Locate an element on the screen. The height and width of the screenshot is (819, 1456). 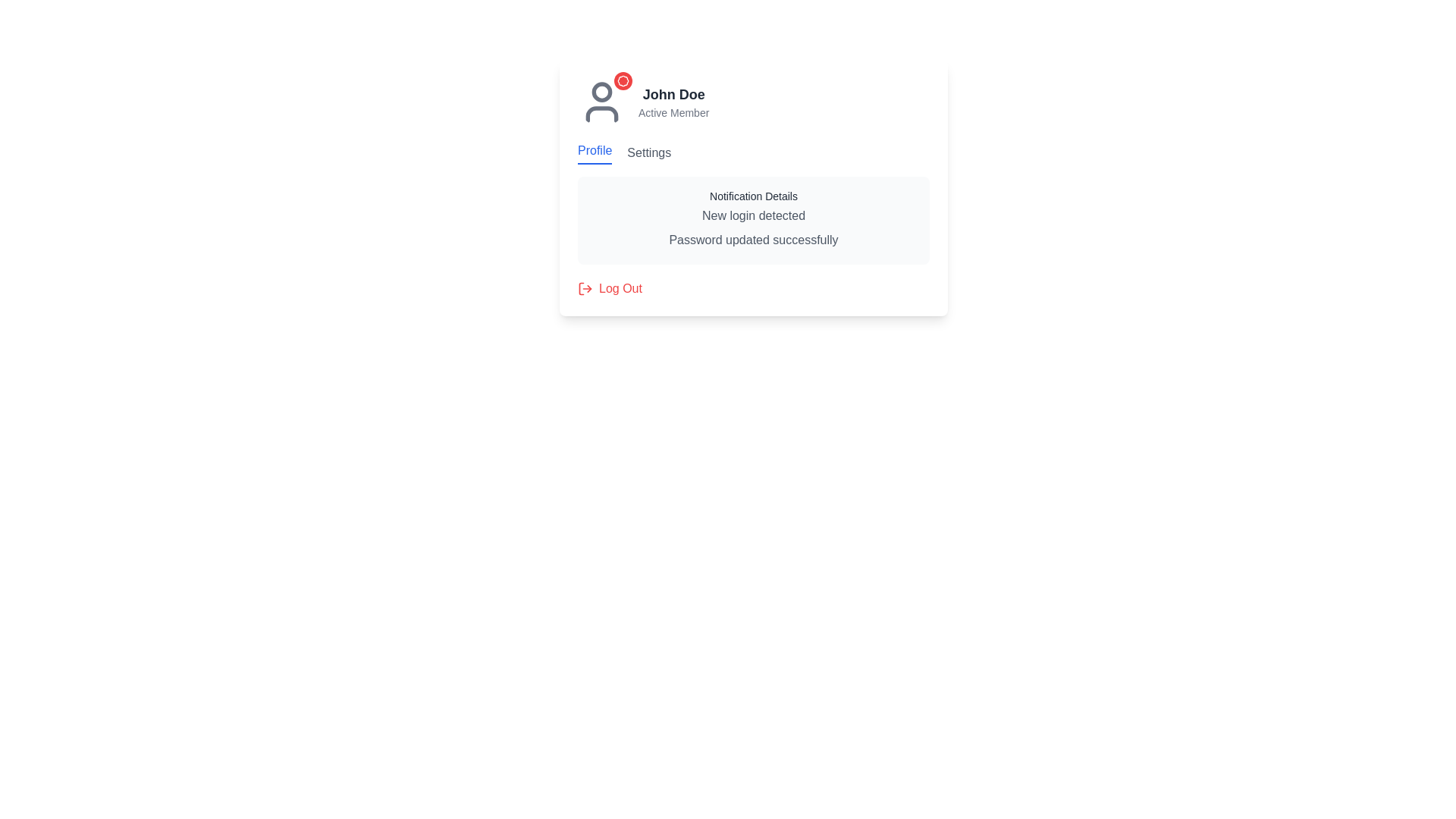
the leftmost interactive text label representing the 'Profile' section is located at coordinates (594, 152).